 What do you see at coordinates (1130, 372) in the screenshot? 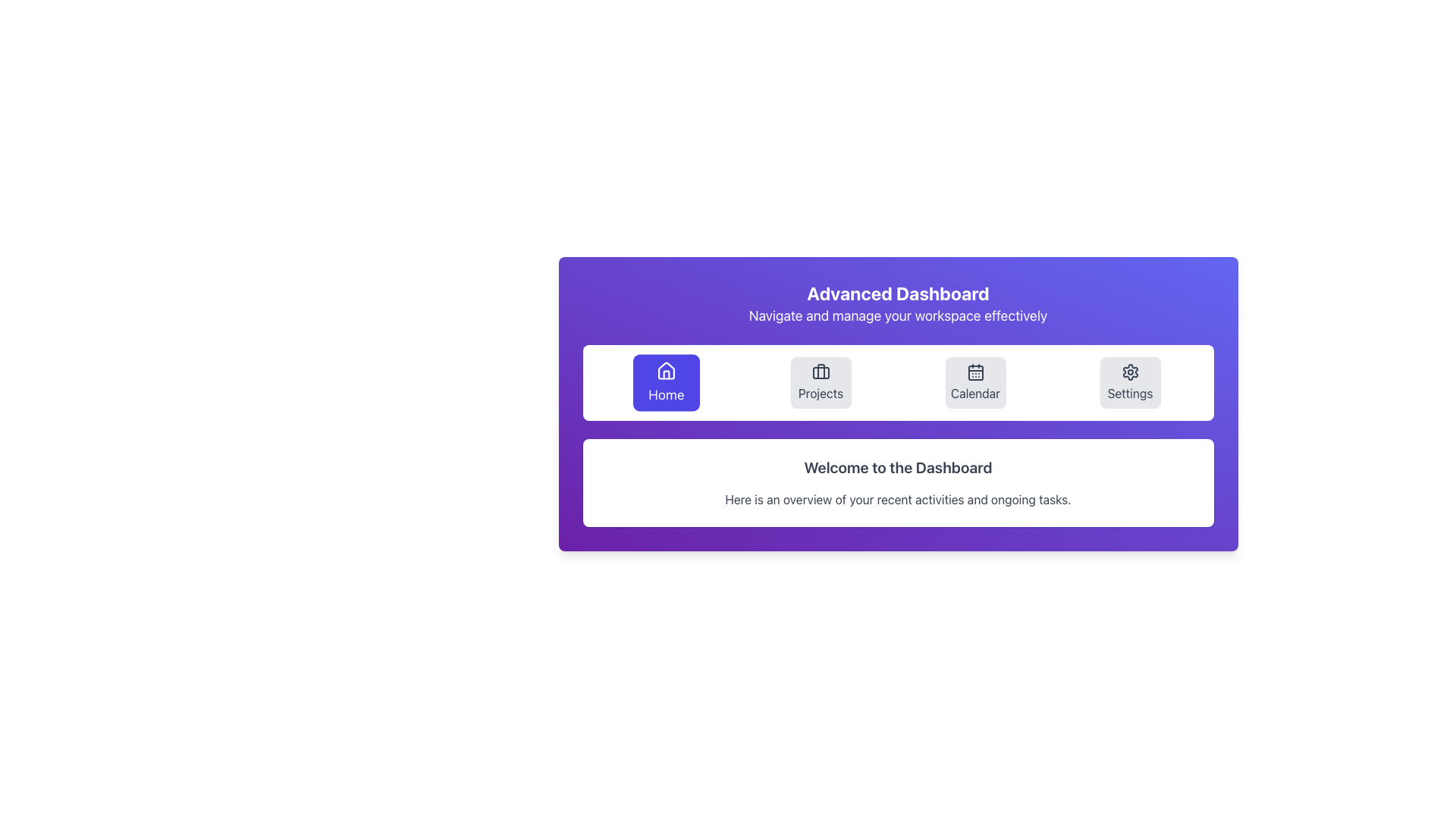
I see `the settings icon located within the 'Settings' button in the navigation bar` at bounding box center [1130, 372].